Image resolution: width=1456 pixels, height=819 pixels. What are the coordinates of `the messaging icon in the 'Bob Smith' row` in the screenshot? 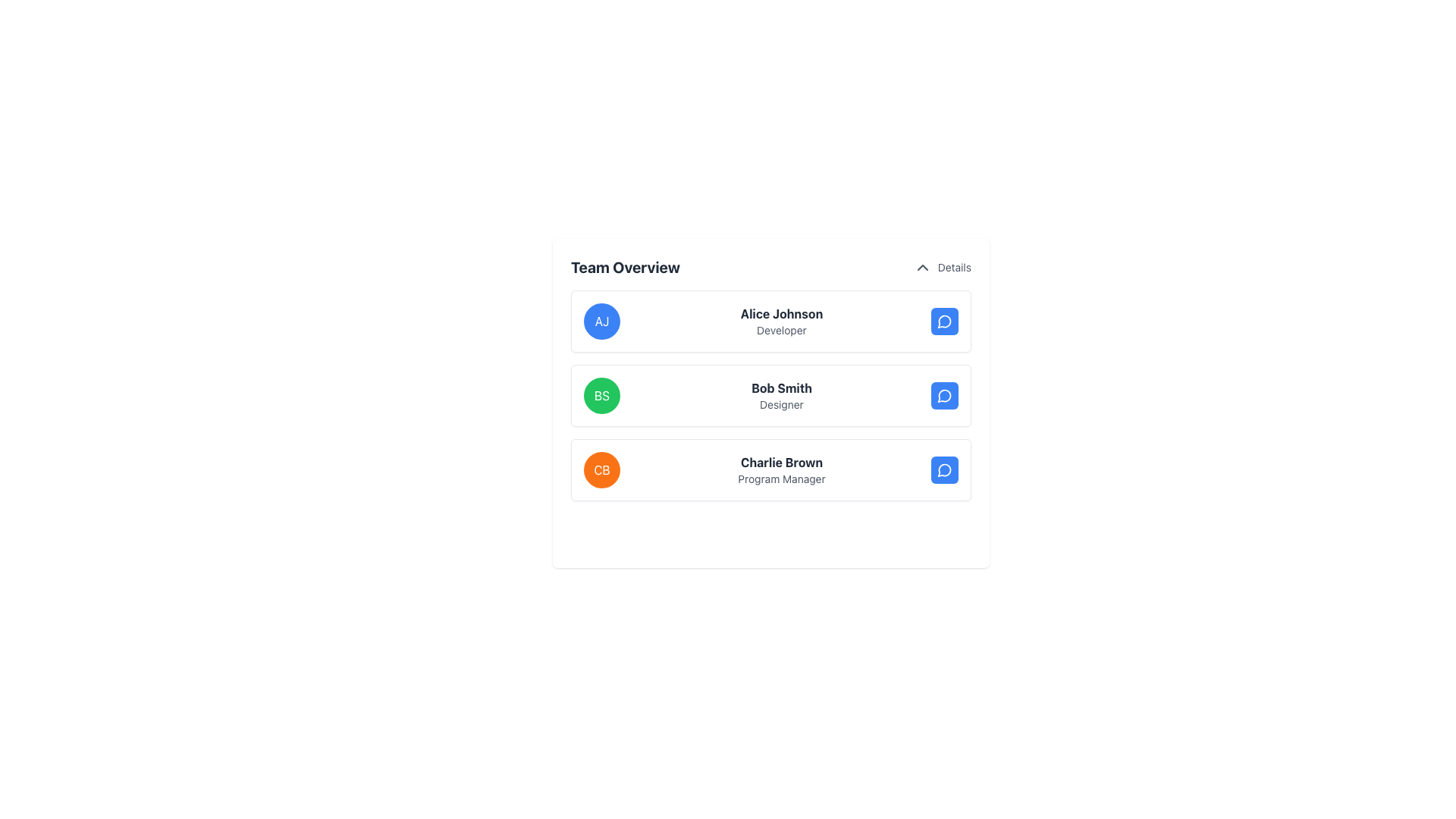 It's located at (943, 395).